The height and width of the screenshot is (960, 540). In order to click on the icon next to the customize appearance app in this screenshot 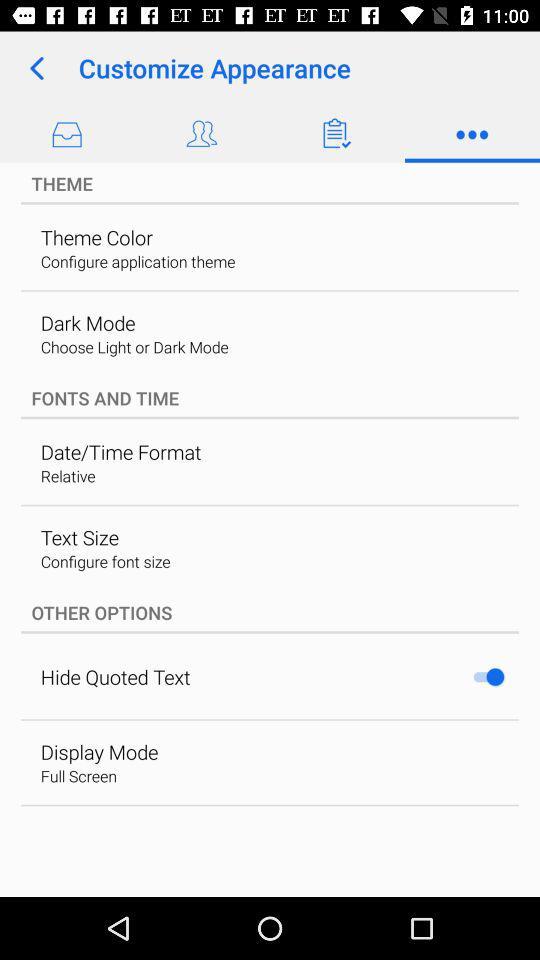, I will do `click(36, 68)`.